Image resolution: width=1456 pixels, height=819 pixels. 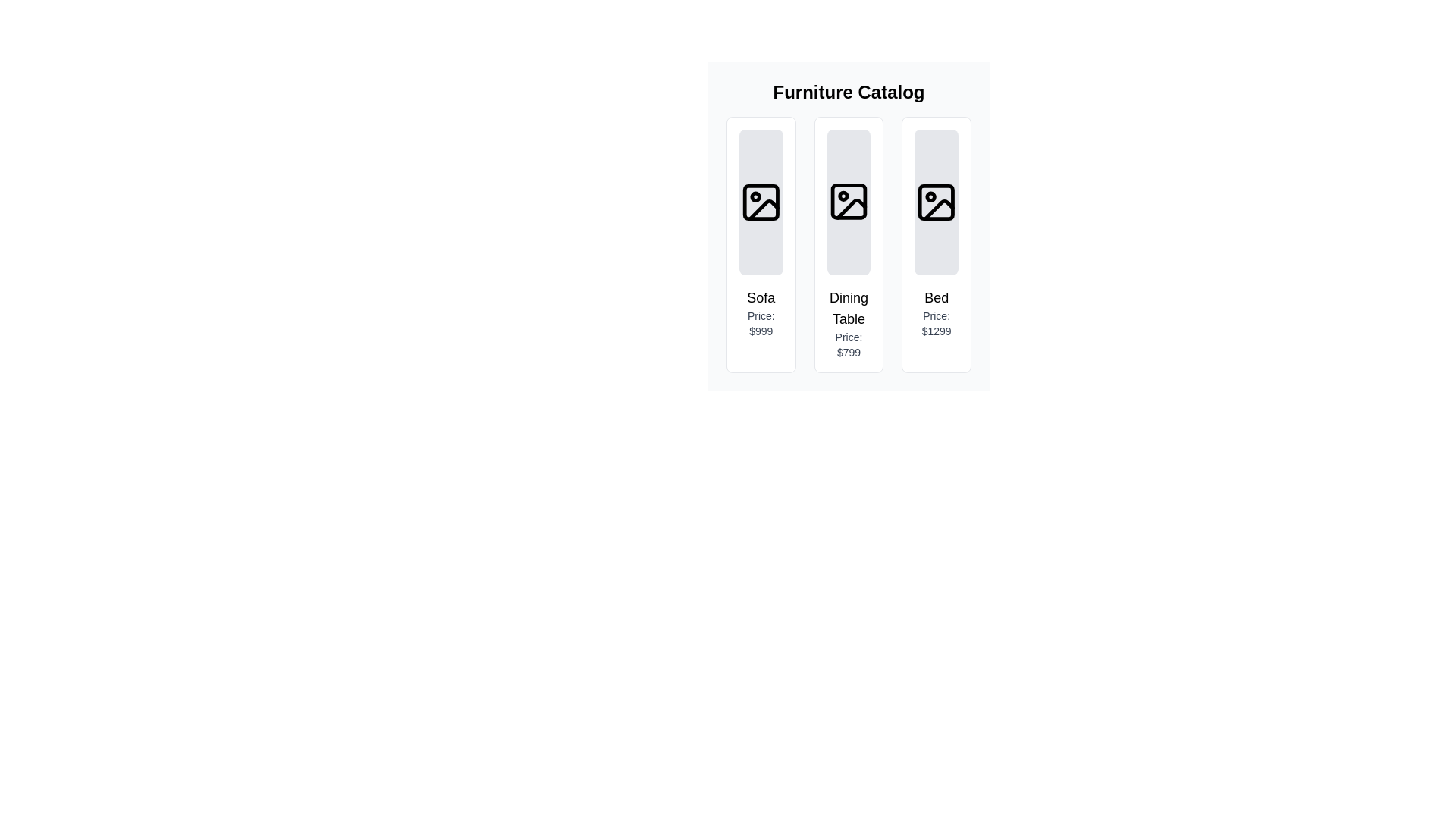 What do you see at coordinates (848, 308) in the screenshot?
I see `the text label displaying 'Dining Table' located in the central panel, which is below an image placeholder and above the text 'Price: $799'` at bounding box center [848, 308].